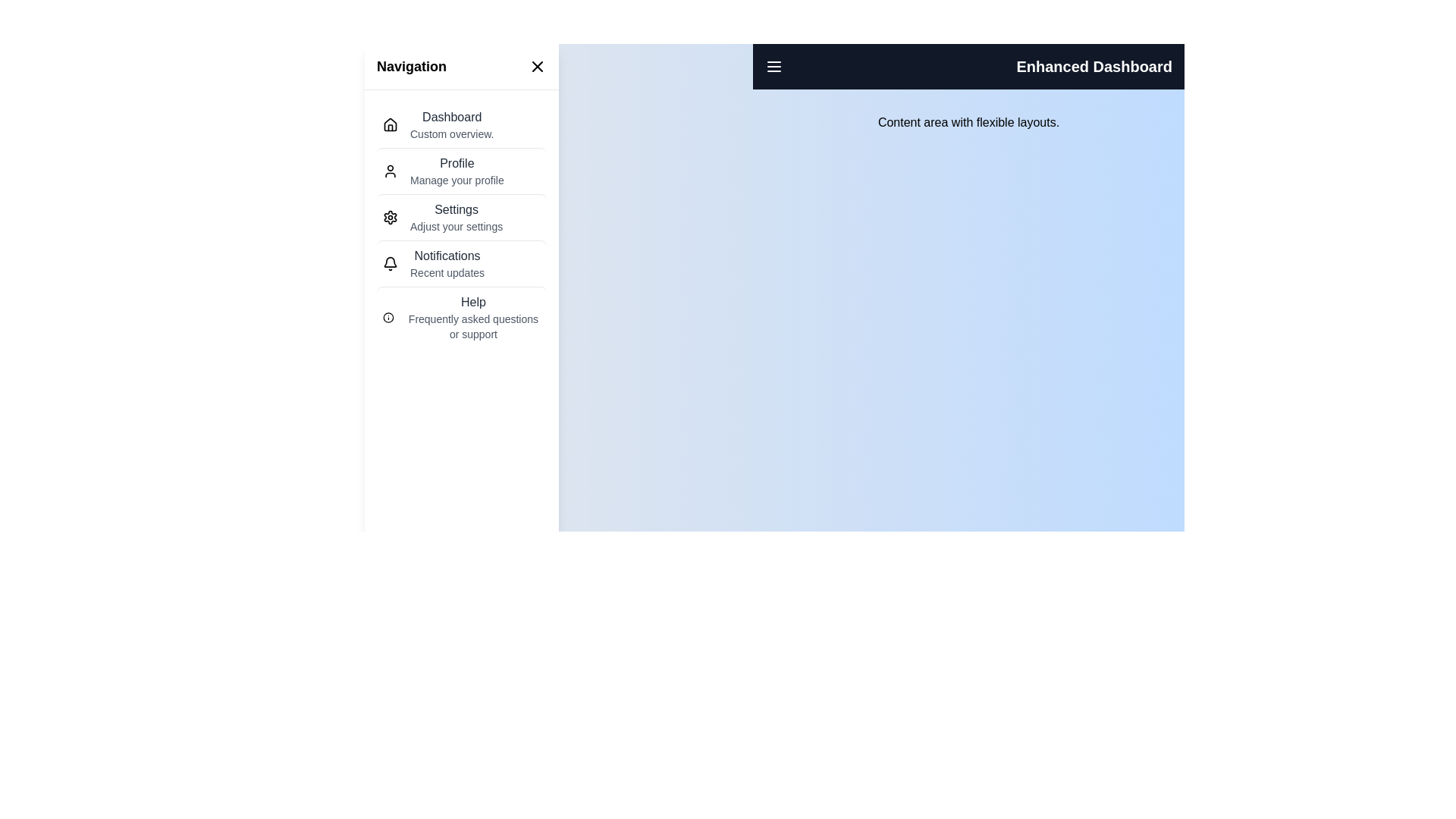 The height and width of the screenshot is (819, 1456). What do you see at coordinates (461, 315) in the screenshot?
I see `the fifth list item in the vertical navigation menu labeled 'Help', which includes an information icon and text below 'Notifications'` at bounding box center [461, 315].